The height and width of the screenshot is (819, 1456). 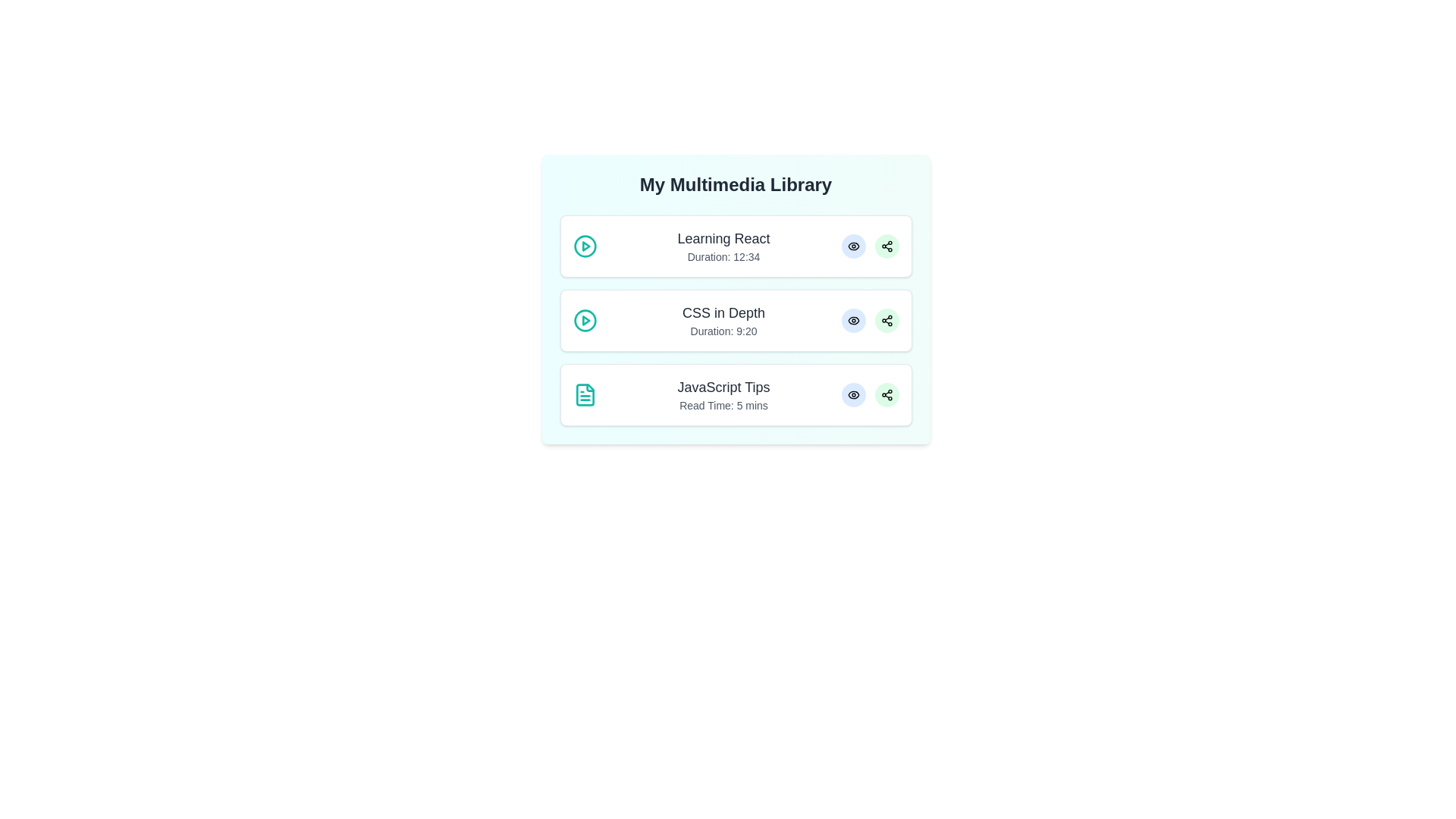 I want to click on 'Preview' button for the media item titled 'CSS in Depth', so click(x=853, y=320).